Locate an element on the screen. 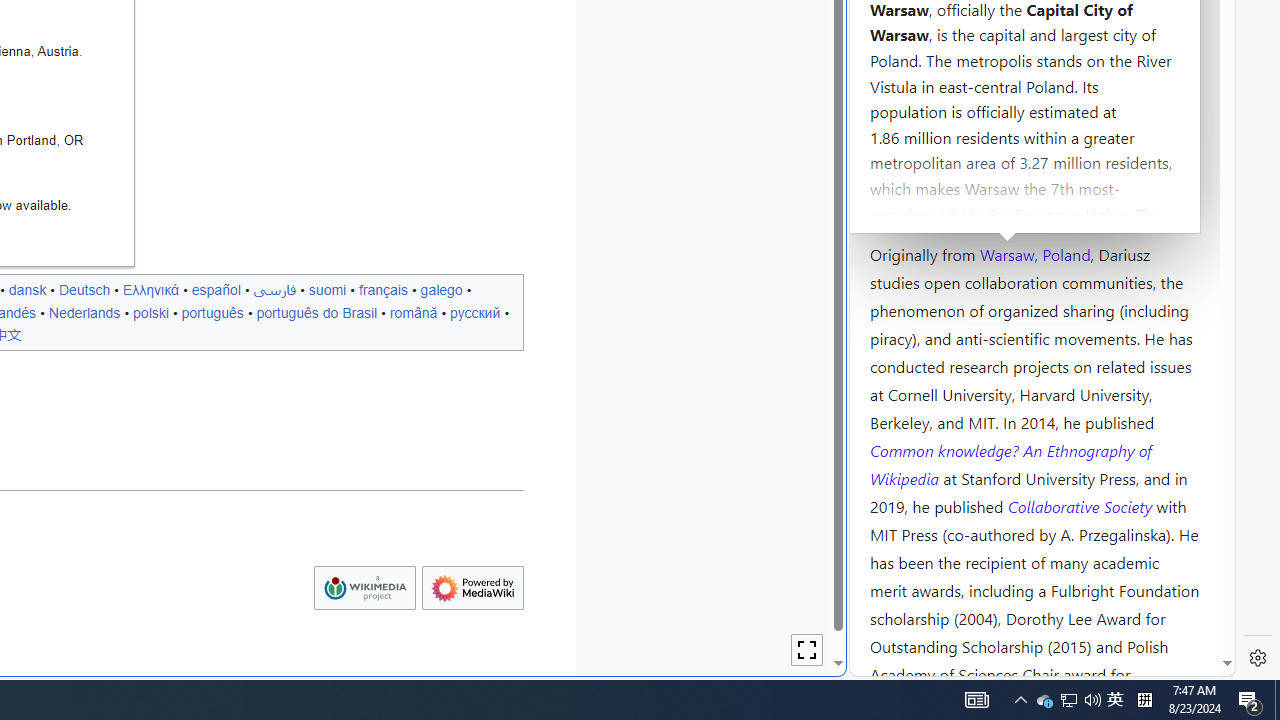  'Common knowledge? An Ethnography of Wikipedia' is located at coordinates (1010, 464).